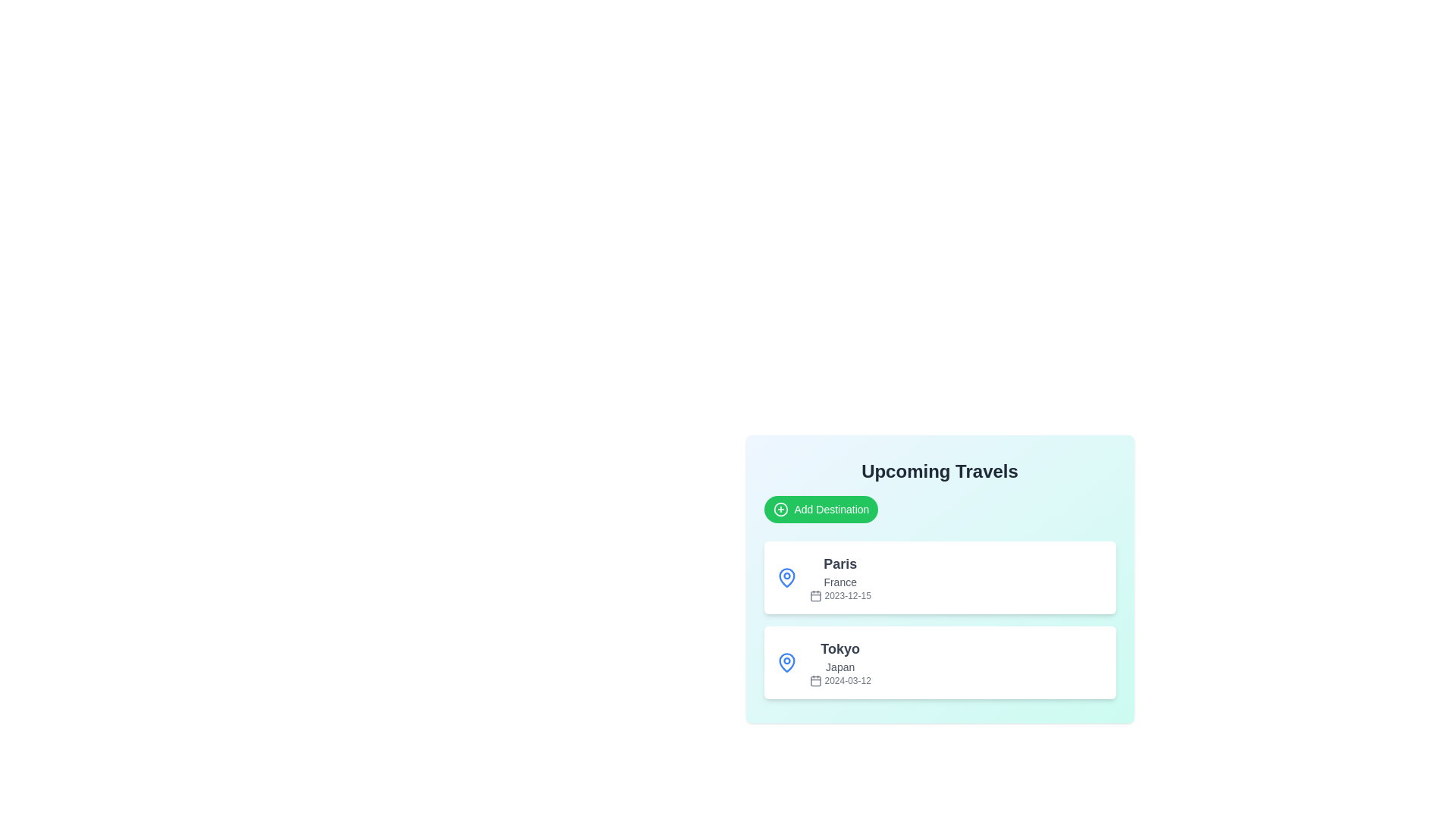 This screenshot has height=819, width=1456. Describe the element at coordinates (820, 509) in the screenshot. I see `the 'Add Destination' button` at that location.